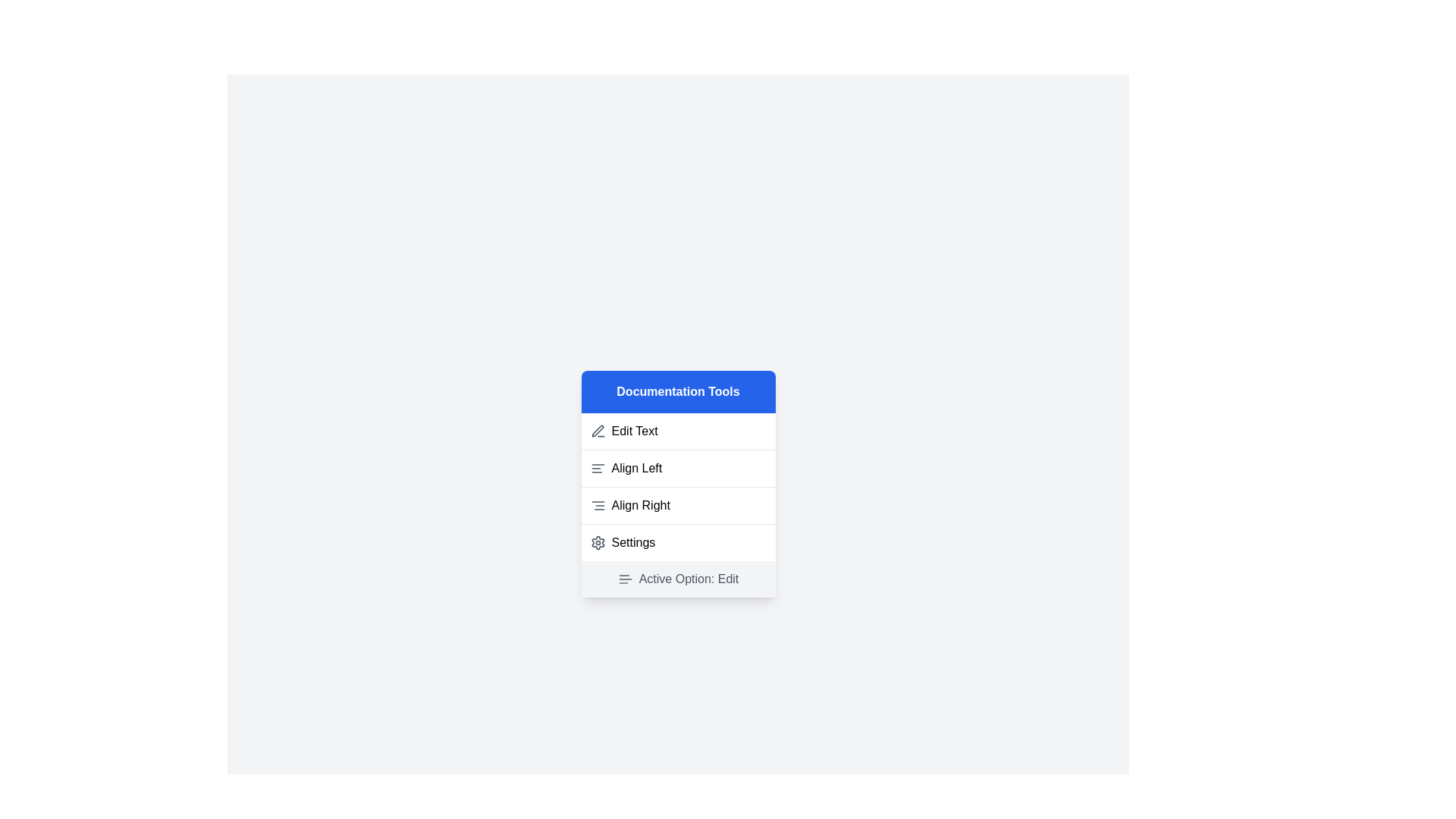 The height and width of the screenshot is (819, 1456). I want to click on the menu option Settings to select it, so click(677, 541).